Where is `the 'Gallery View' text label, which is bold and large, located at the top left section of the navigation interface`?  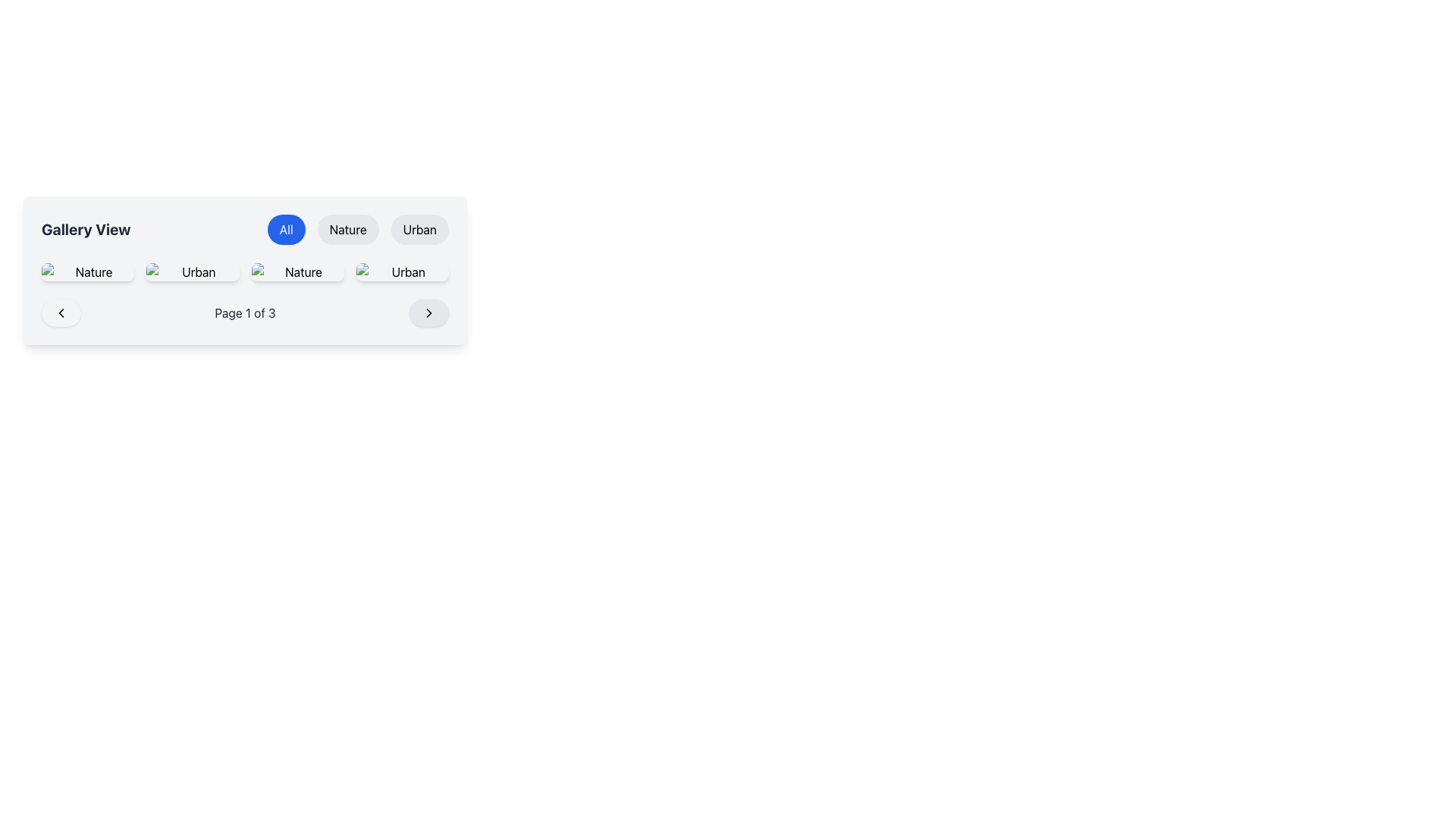 the 'Gallery View' text label, which is bold and large, located at the top left section of the navigation interface is located at coordinates (85, 230).